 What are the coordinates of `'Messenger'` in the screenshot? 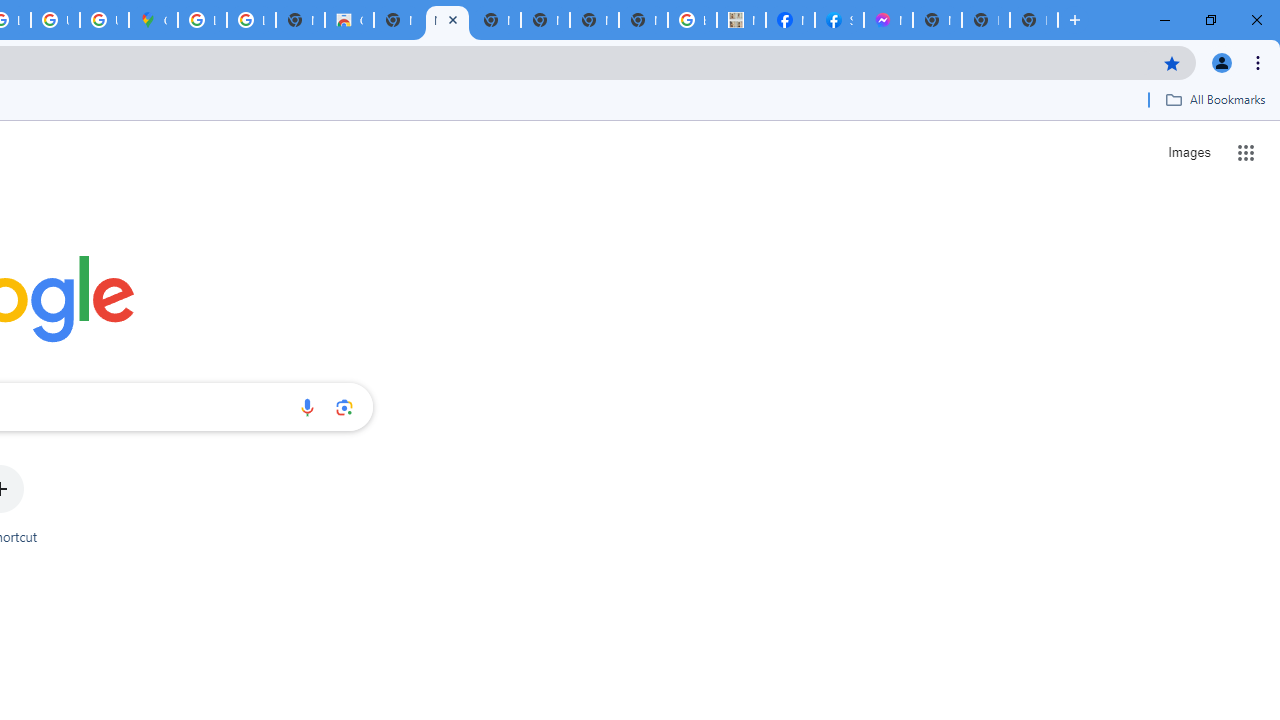 It's located at (887, 20).